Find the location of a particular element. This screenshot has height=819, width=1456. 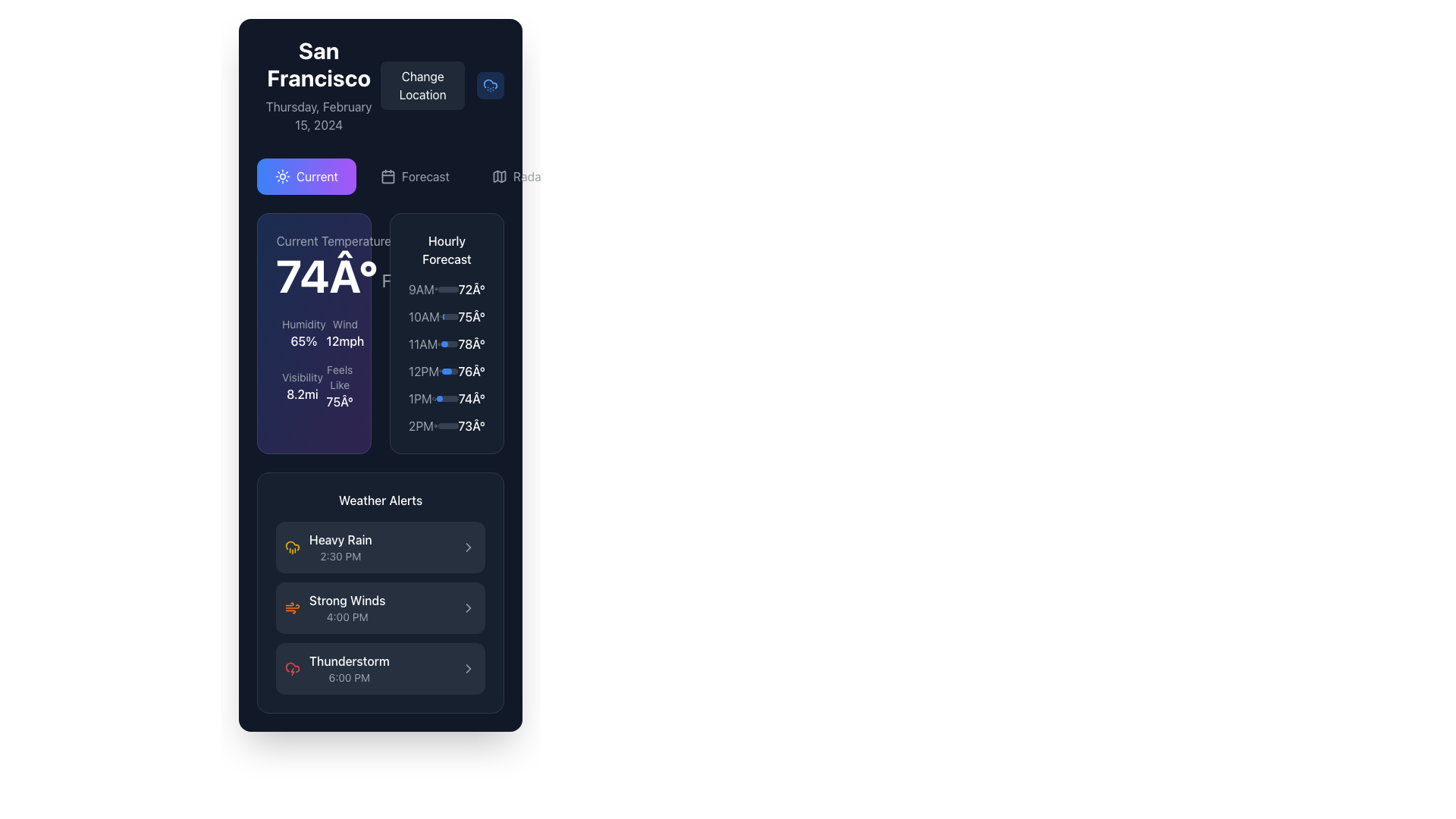

the Weather forecast row element displaying '2PM' with a temperature of '73°' in the Hourly Forecast section is located at coordinates (446, 426).